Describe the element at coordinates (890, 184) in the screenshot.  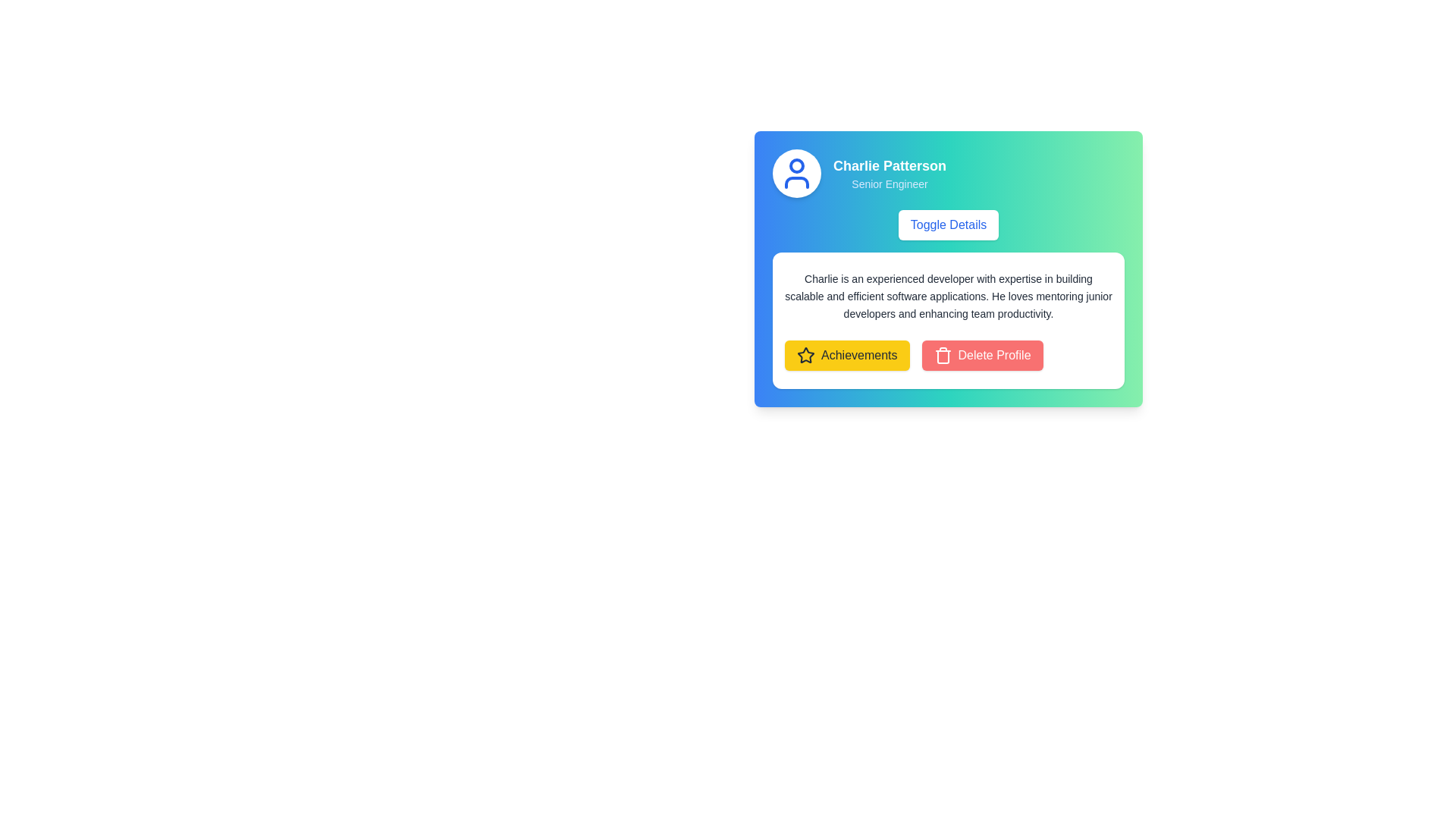
I see `the Text label that displays 'Senior Engineer', located directly beneath 'Charlie Patterson' in the user profile section` at that location.